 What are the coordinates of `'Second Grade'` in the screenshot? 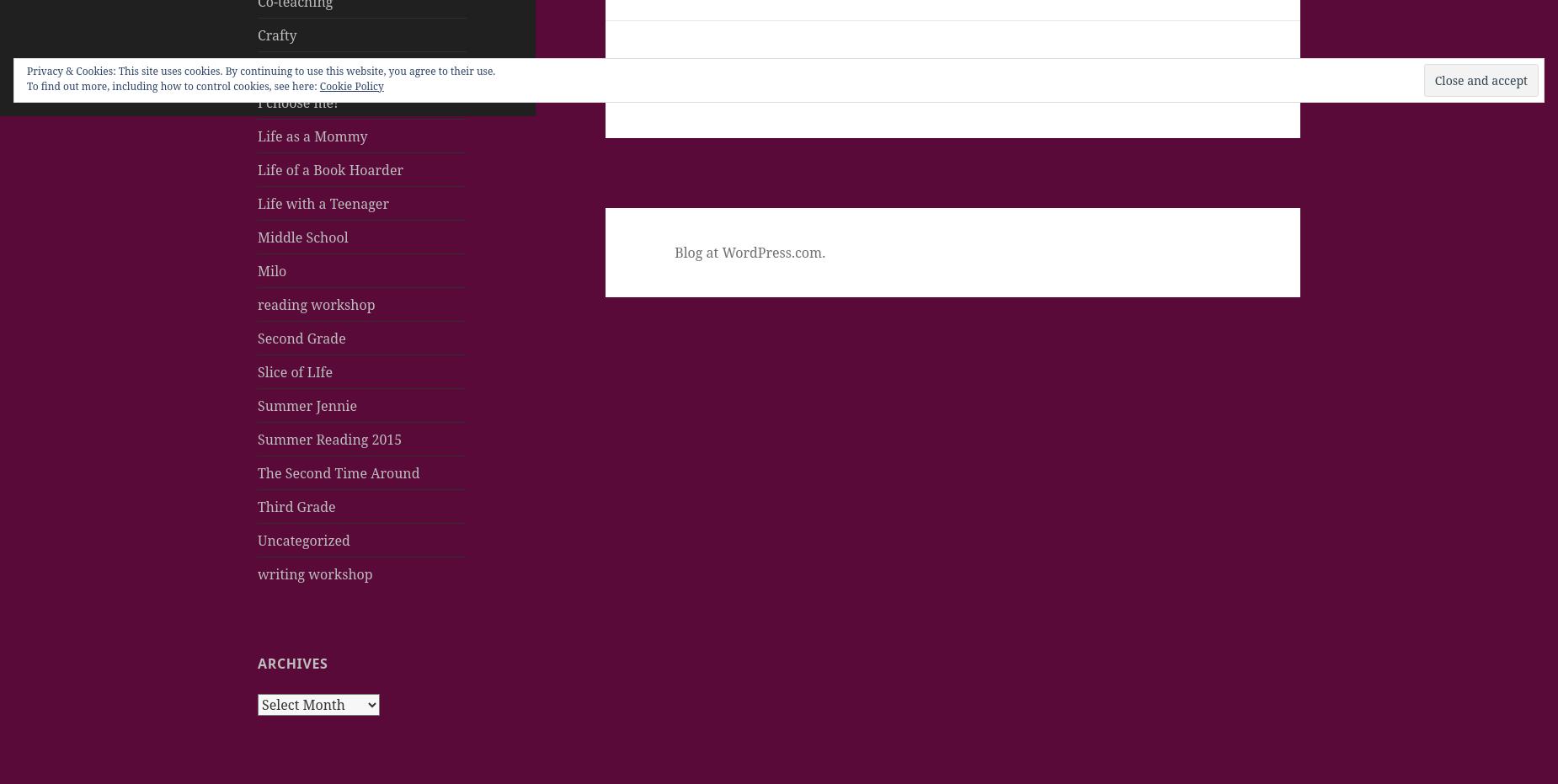 It's located at (256, 336).